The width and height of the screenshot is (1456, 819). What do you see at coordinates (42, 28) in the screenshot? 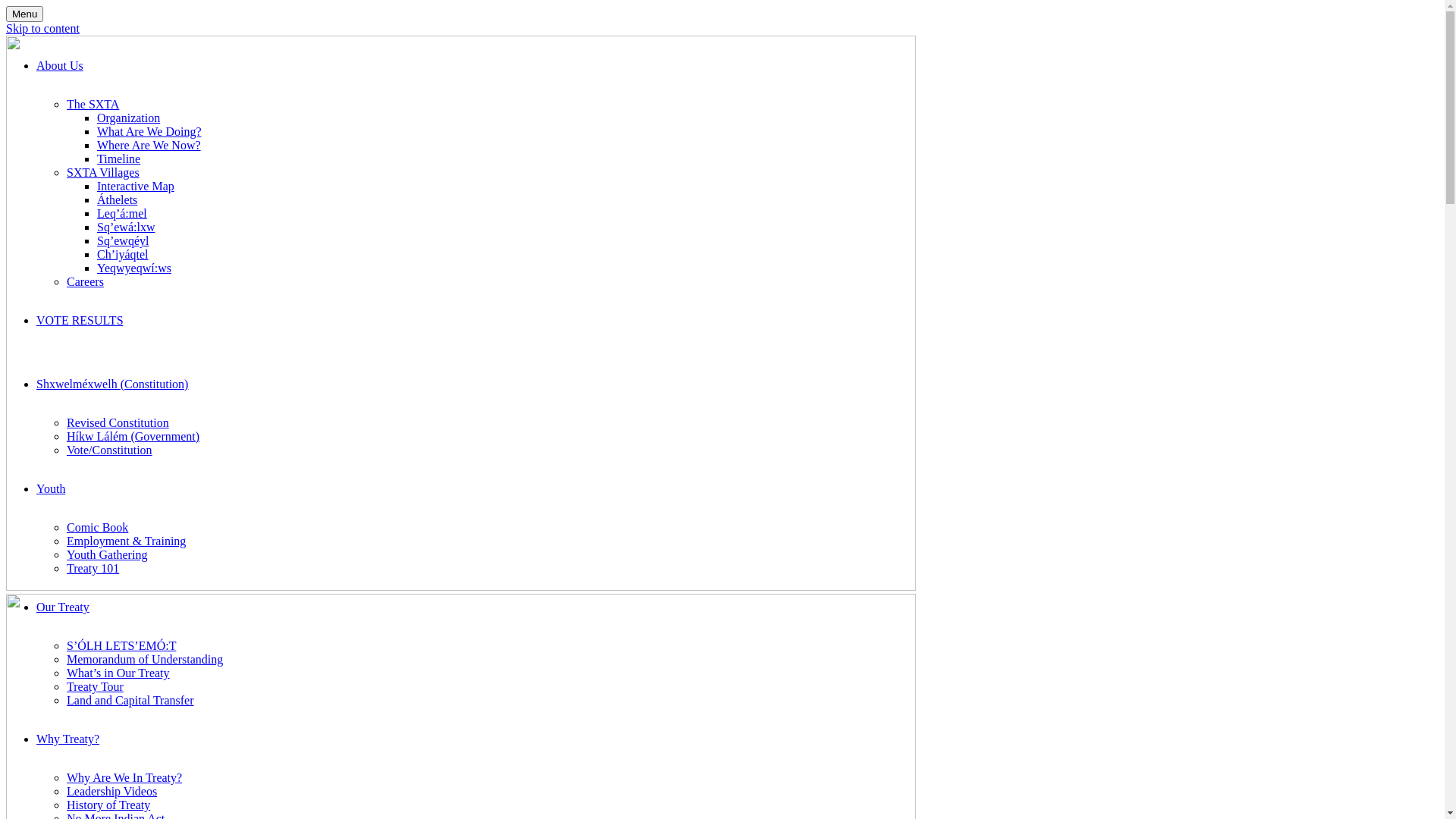
I see `'Skip to content'` at bounding box center [42, 28].